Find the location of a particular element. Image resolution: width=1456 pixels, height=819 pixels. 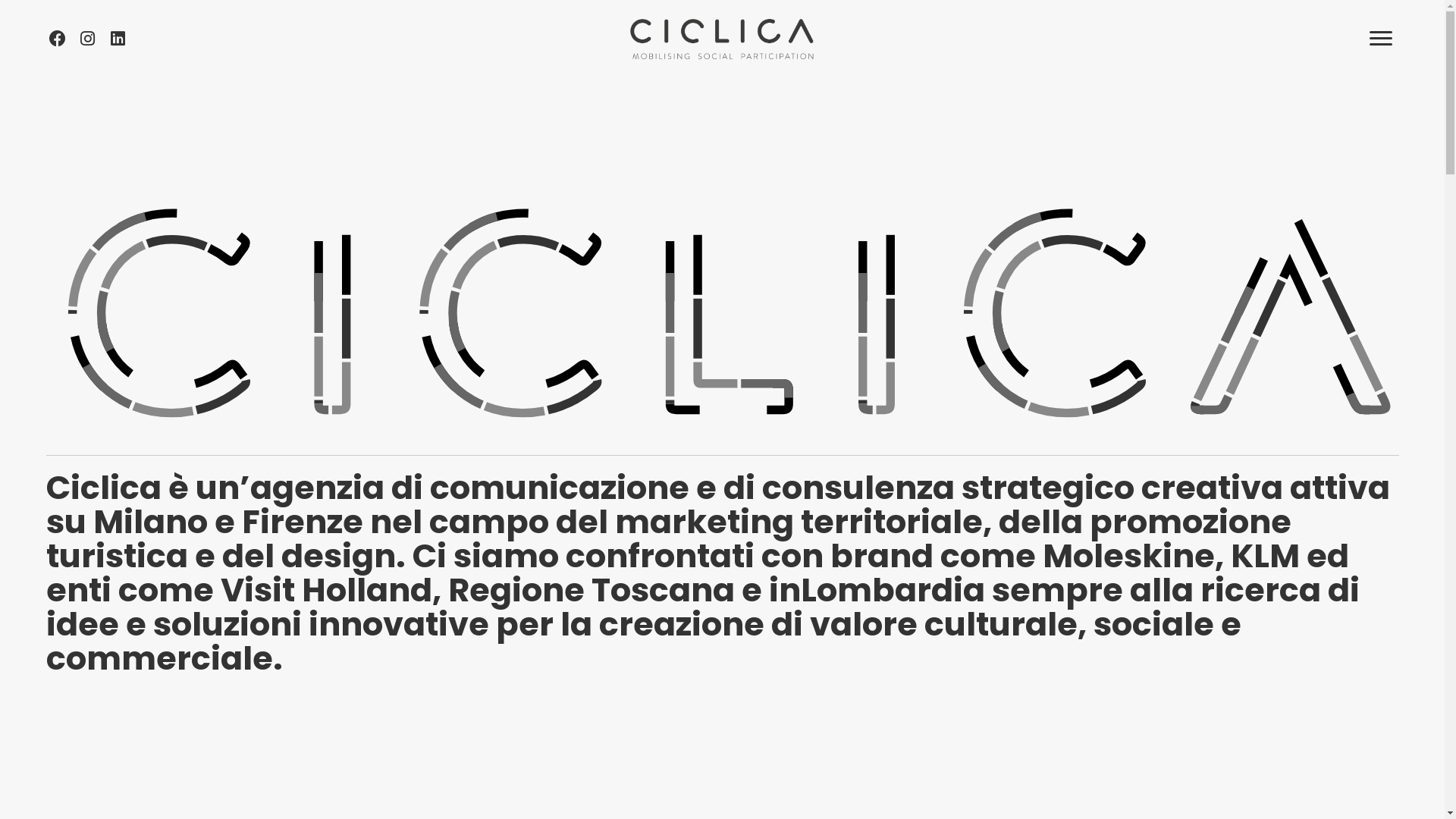

'CICLICA-bck_orizzontale_claim' is located at coordinates (720, 37).